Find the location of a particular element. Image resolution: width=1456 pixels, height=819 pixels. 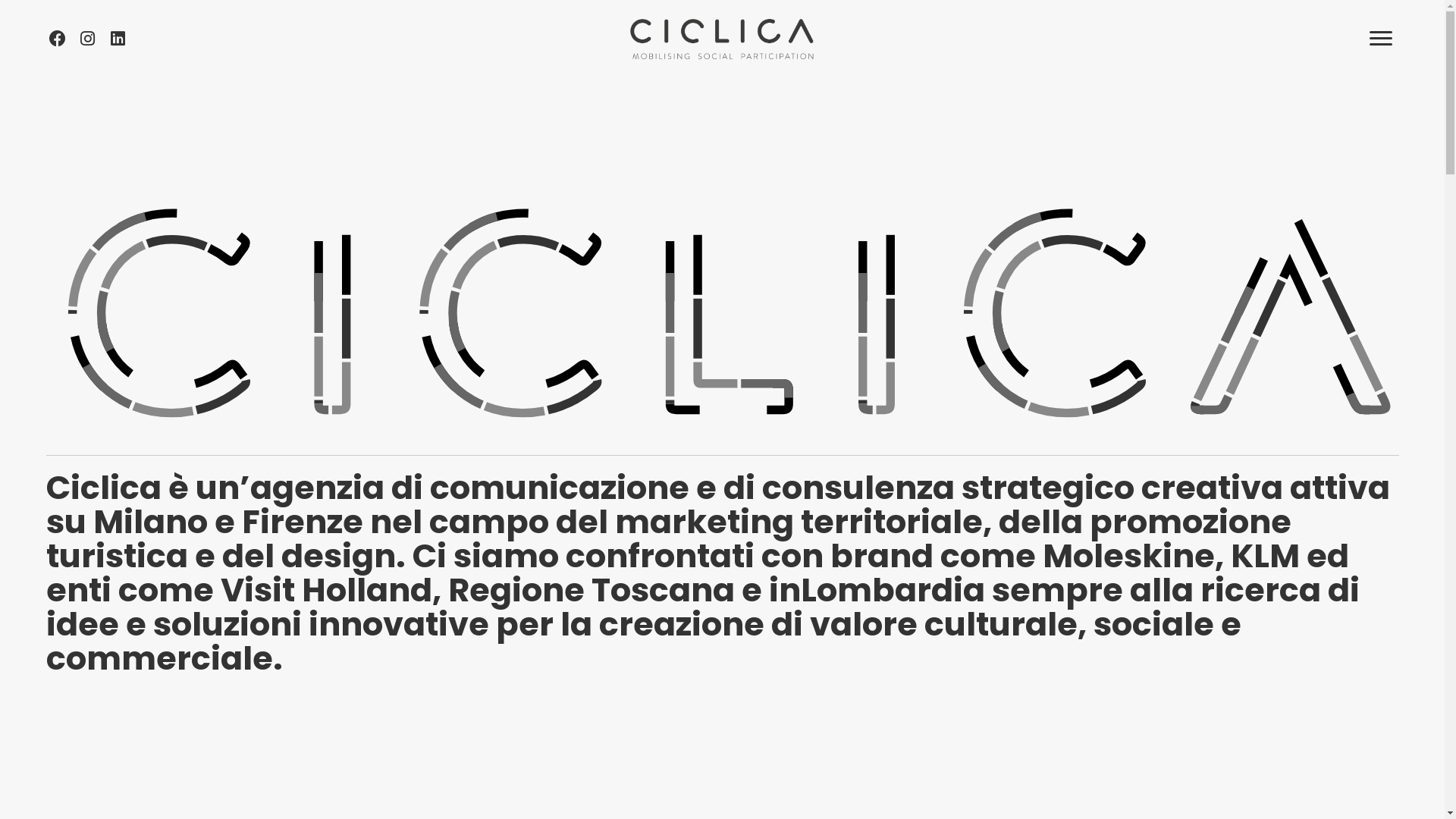

'CICLICA-bck_orizzontale_claim' is located at coordinates (720, 37).